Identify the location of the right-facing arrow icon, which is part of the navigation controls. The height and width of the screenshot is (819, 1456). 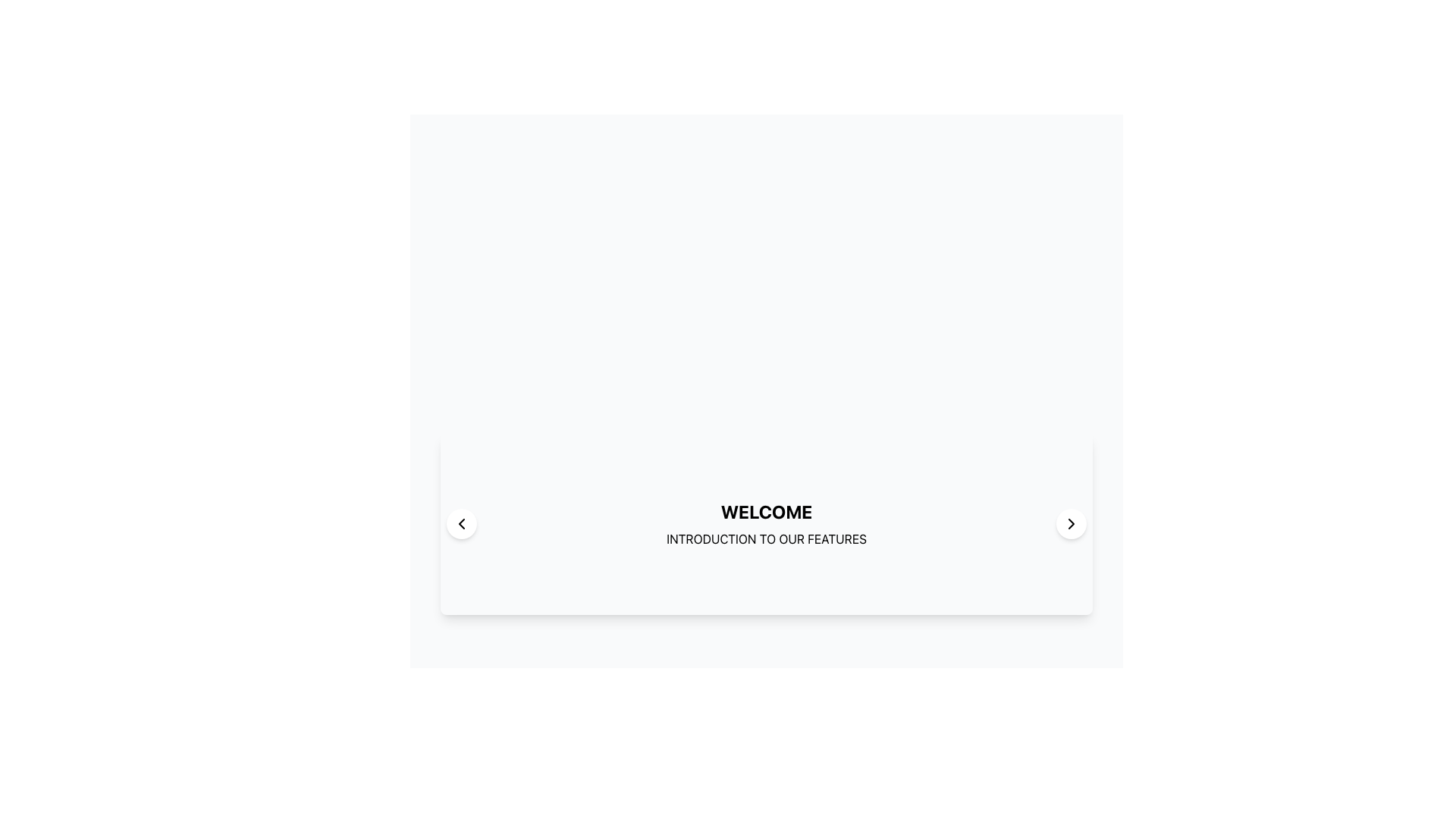
(1070, 522).